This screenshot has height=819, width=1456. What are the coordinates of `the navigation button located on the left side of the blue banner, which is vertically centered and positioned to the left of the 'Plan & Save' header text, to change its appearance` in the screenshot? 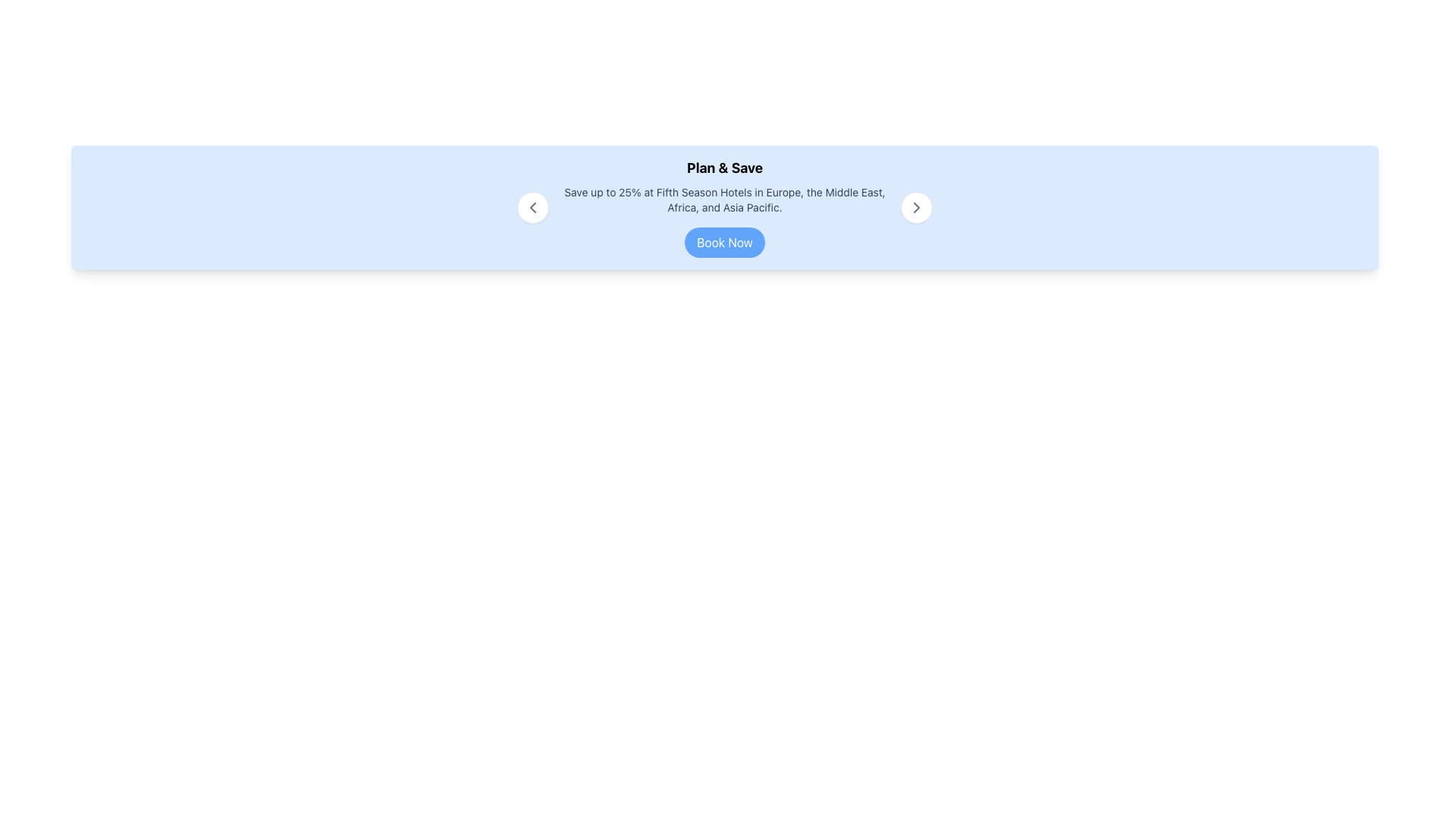 It's located at (532, 207).